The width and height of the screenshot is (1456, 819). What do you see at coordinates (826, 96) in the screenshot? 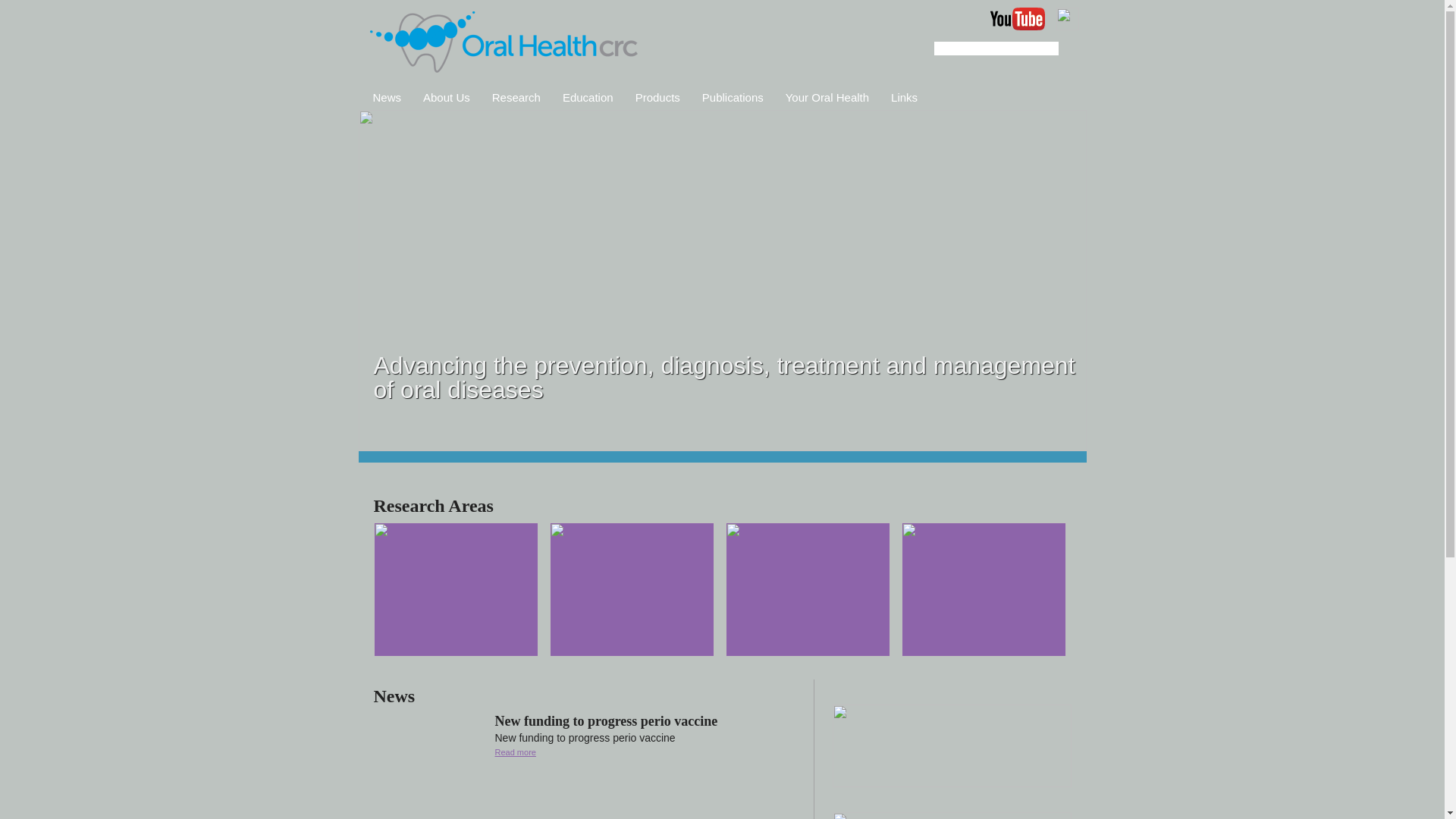
I see `'Your Oral Health'` at bounding box center [826, 96].